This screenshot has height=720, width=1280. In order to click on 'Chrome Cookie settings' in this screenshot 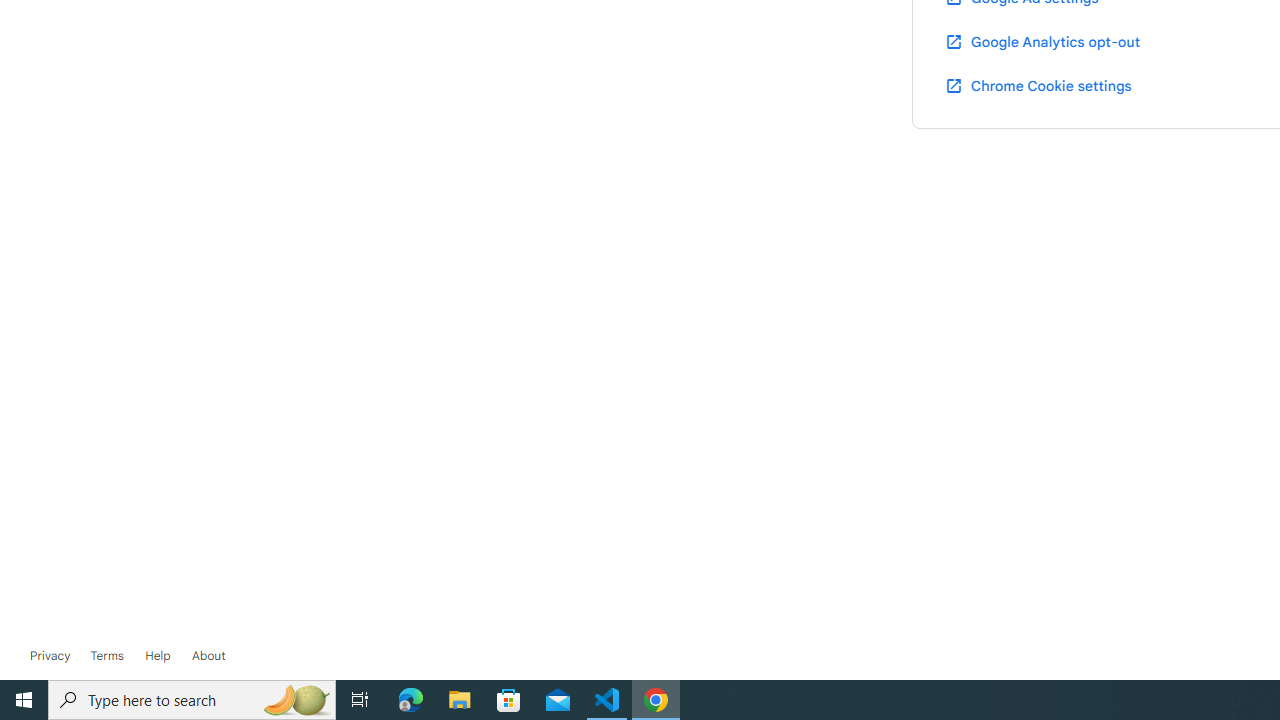, I will do `click(1038, 84)`.